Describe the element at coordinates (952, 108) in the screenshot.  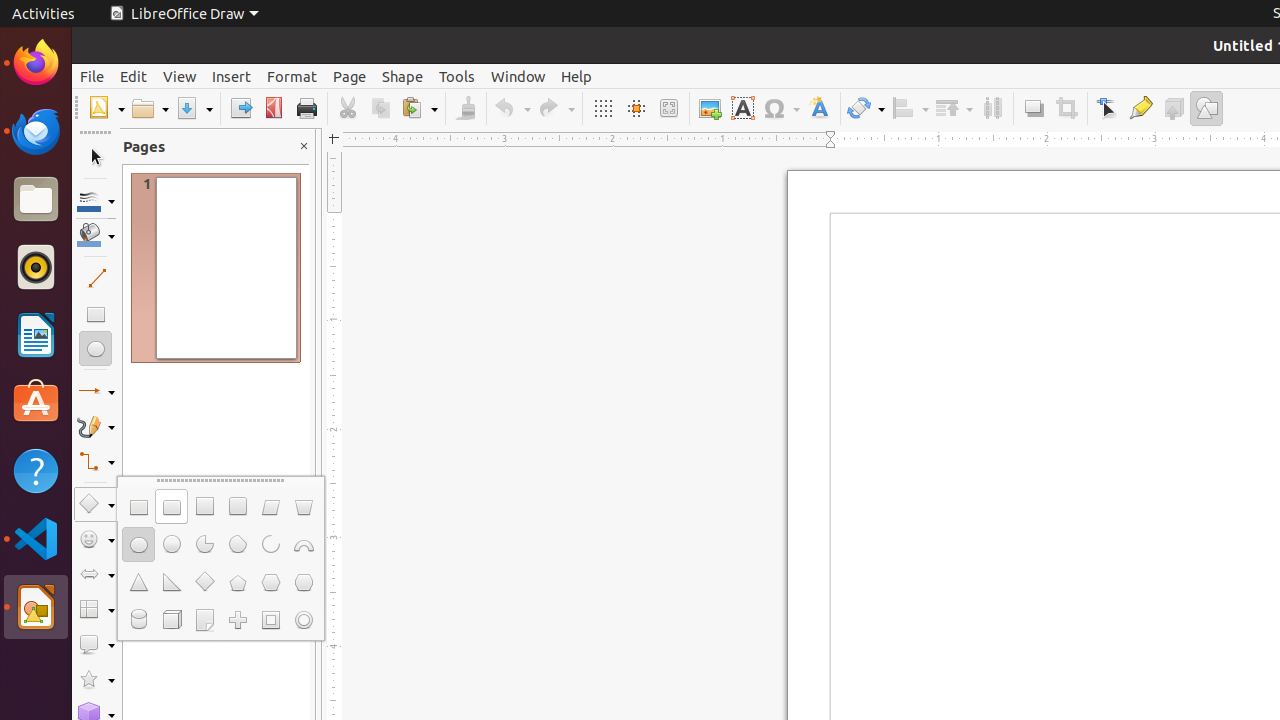
I see `'Arrange'` at that location.